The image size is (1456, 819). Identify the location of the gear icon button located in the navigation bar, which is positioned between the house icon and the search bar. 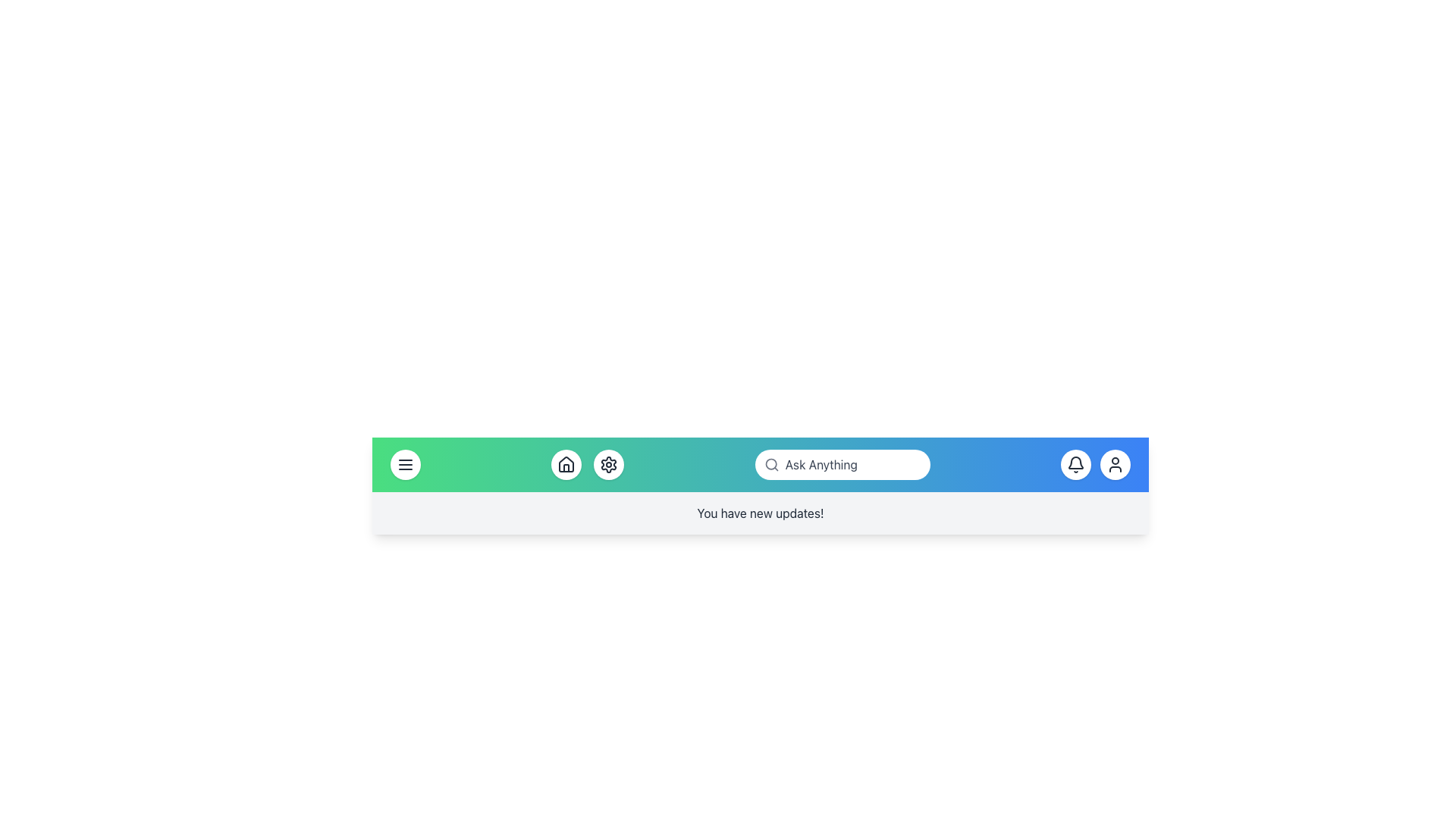
(609, 464).